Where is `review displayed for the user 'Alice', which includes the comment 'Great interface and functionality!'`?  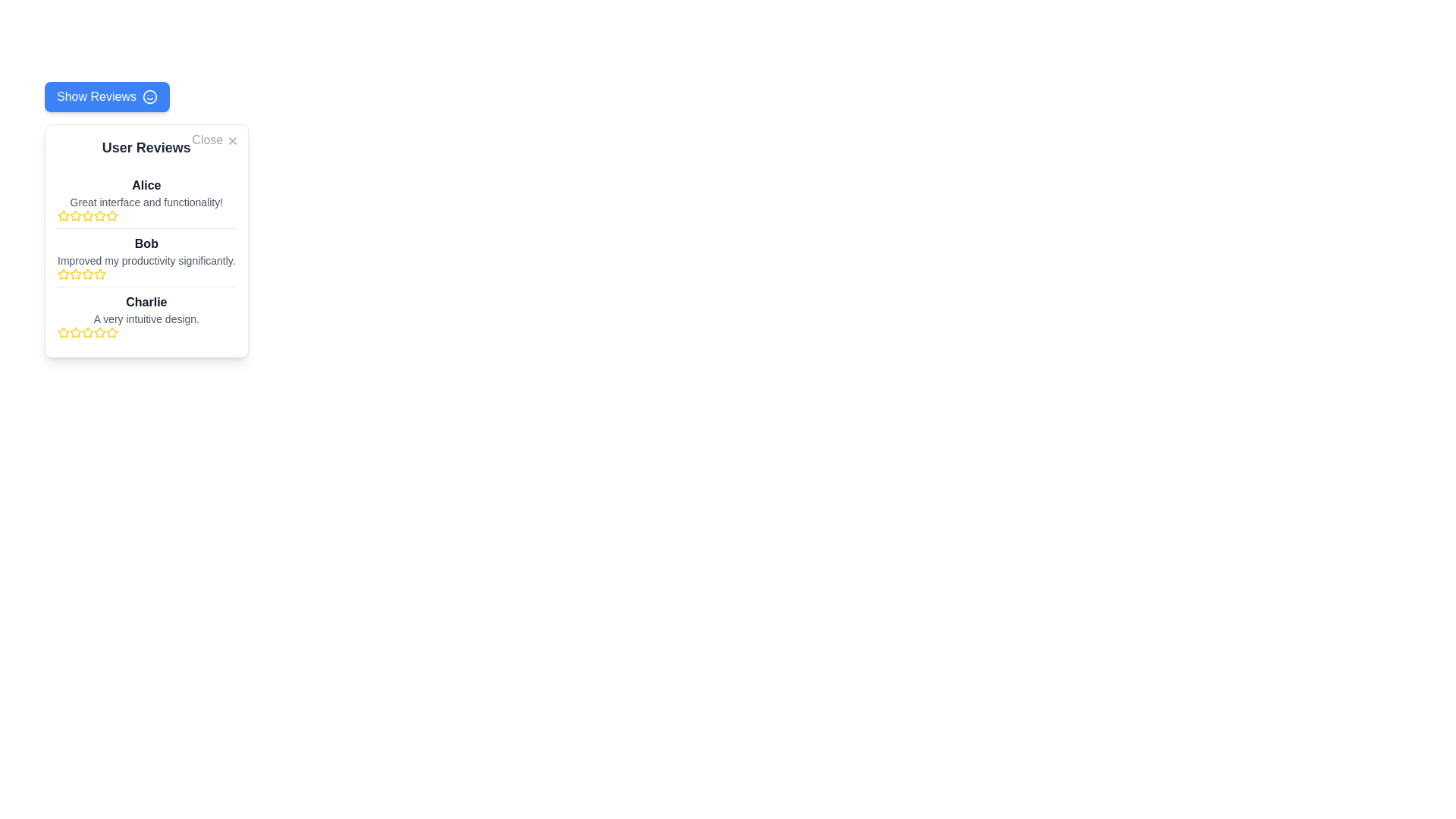
review displayed for the user 'Alice', which includes the comment 'Great interface and functionality!' is located at coordinates (146, 198).